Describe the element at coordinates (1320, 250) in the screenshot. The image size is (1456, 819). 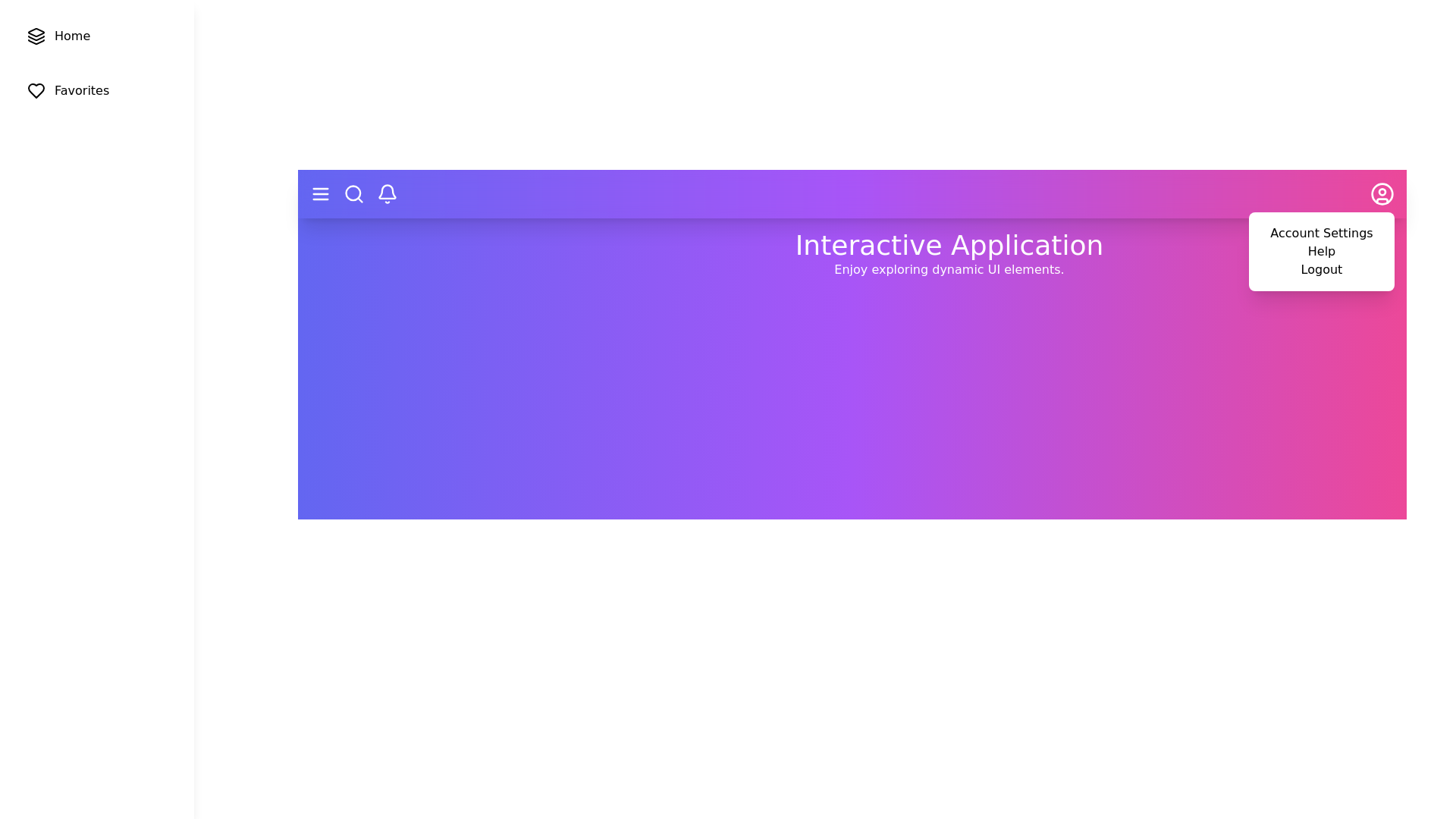
I see `the Help option from the dropdown menu` at that location.